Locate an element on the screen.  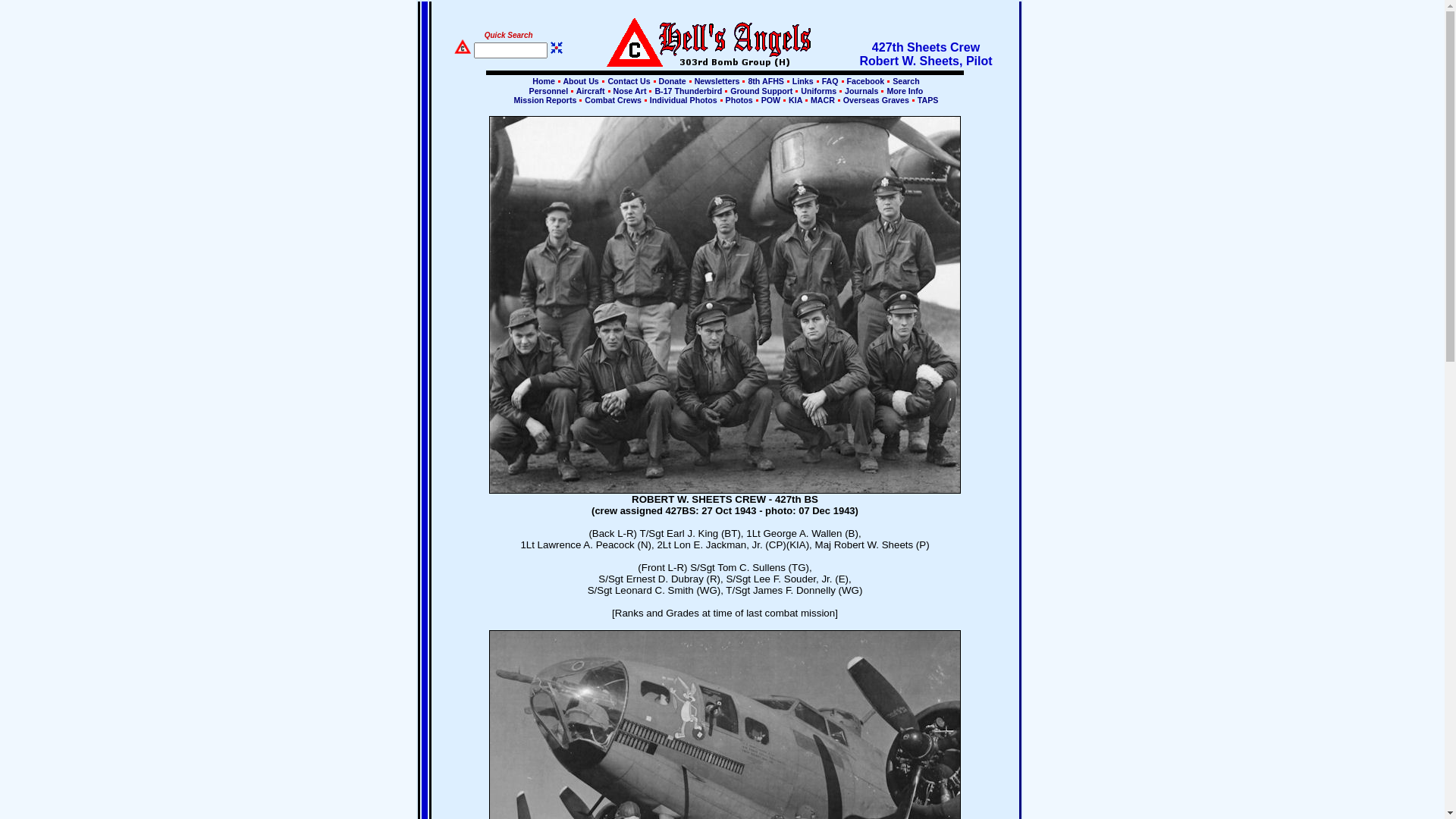
'Uniforms' is located at coordinates (817, 90).